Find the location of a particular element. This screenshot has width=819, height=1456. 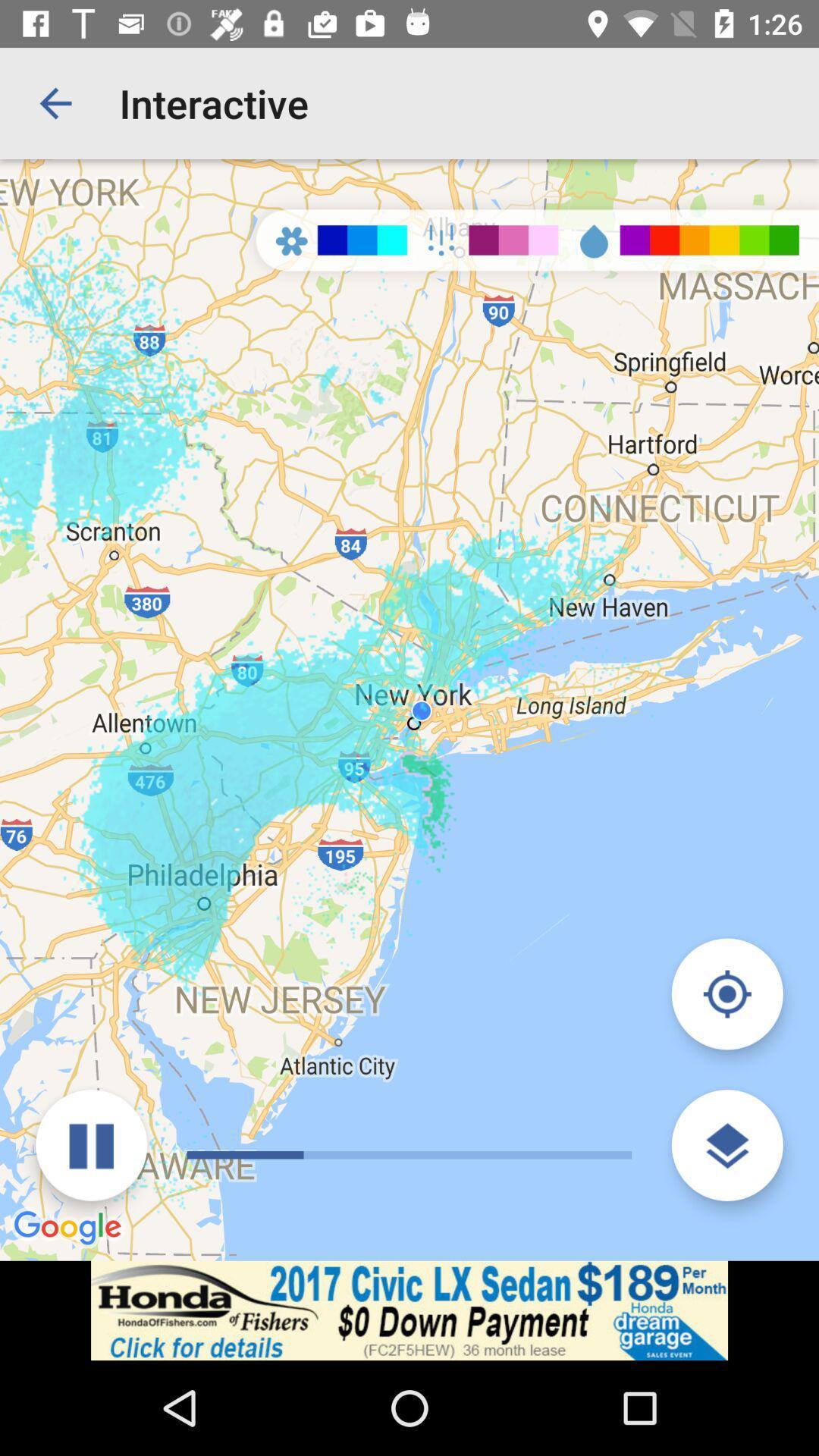

button is located at coordinates (91, 1145).